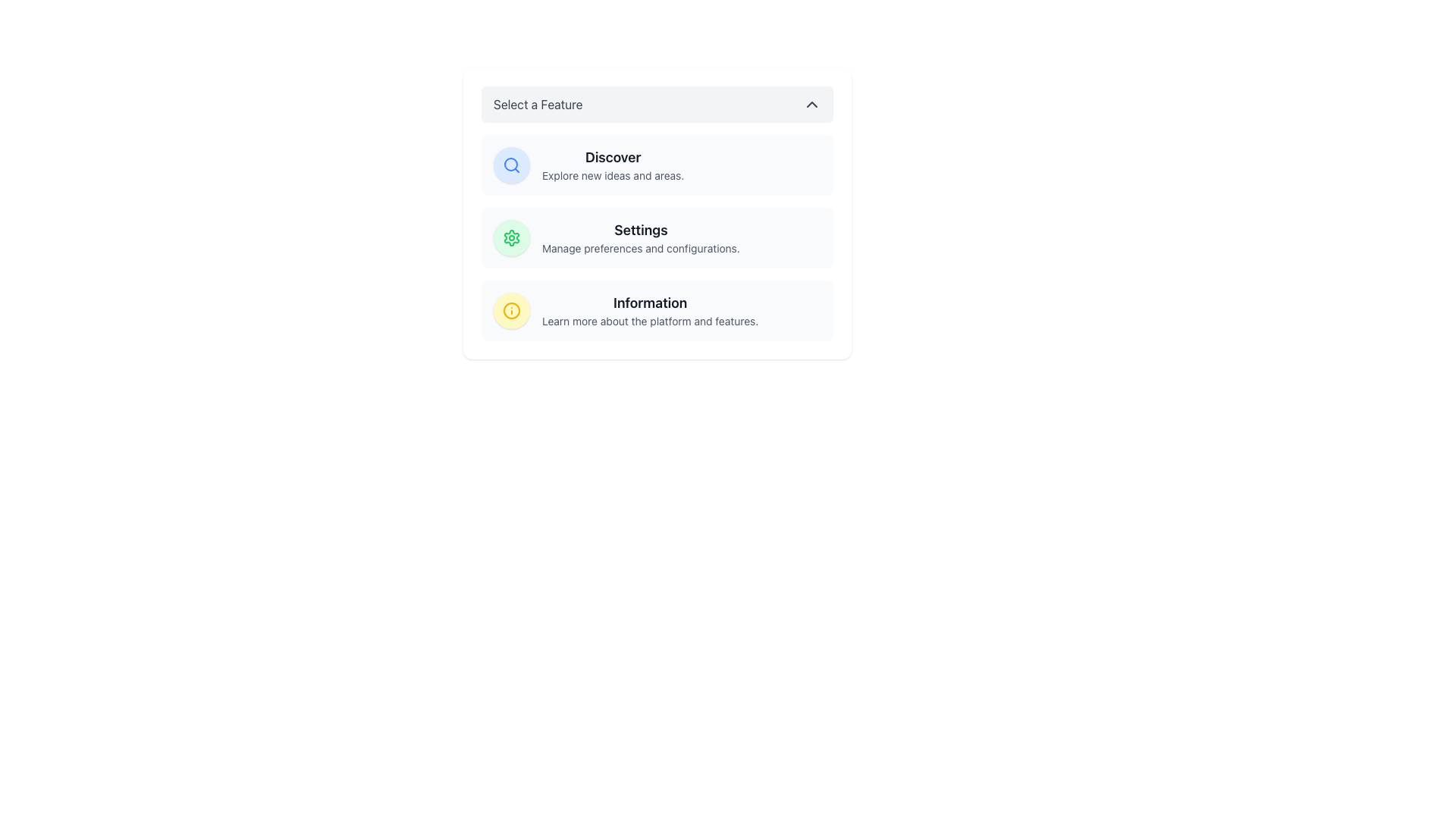 This screenshot has width=1456, height=819. What do you see at coordinates (657, 213) in the screenshot?
I see `the second selectable option in the dropdown menu labeled 'Select a Feature' to go to the settings page` at bounding box center [657, 213].